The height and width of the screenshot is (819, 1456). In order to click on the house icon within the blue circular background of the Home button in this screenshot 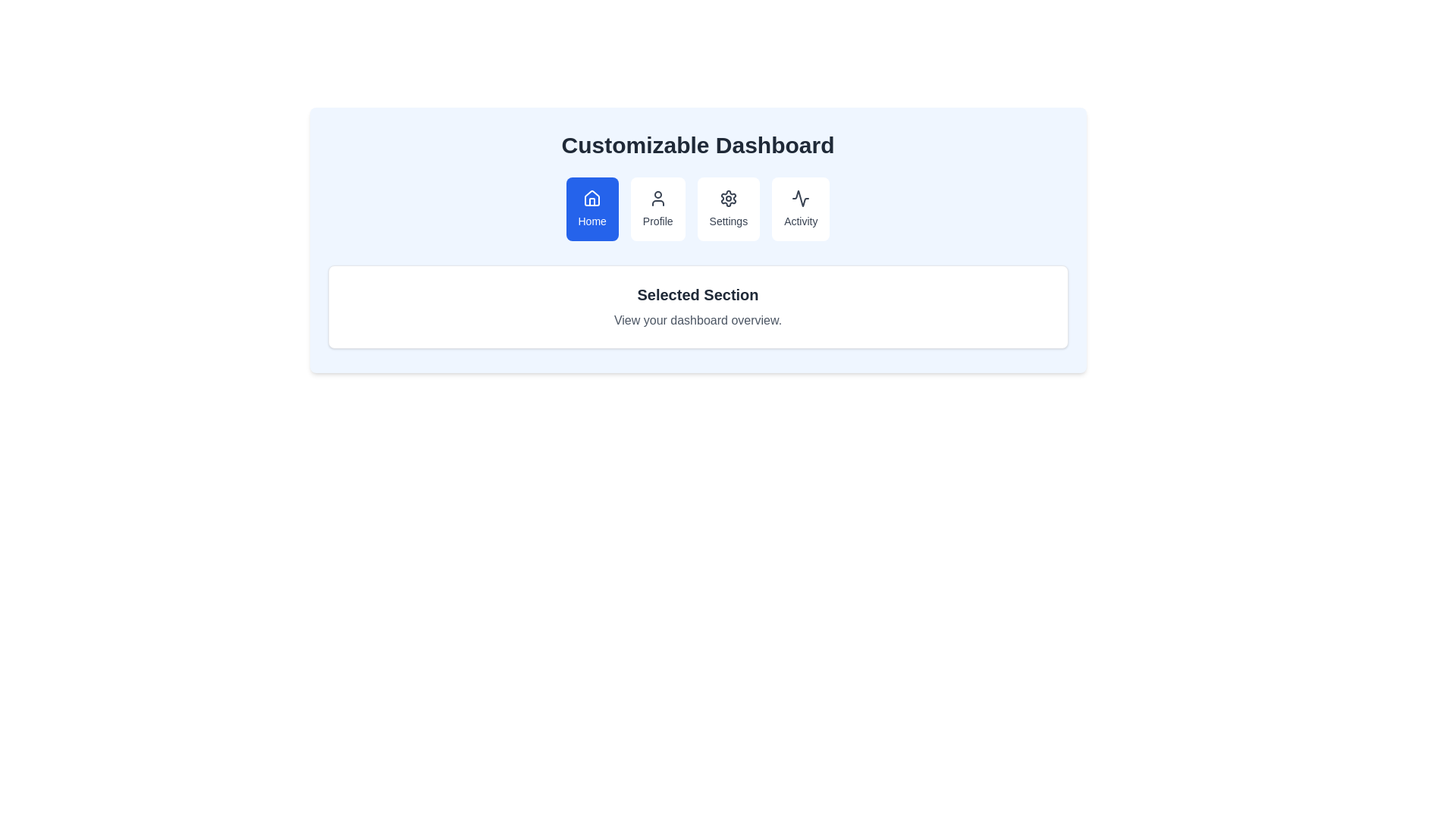, I will do `click(591, 198)`.